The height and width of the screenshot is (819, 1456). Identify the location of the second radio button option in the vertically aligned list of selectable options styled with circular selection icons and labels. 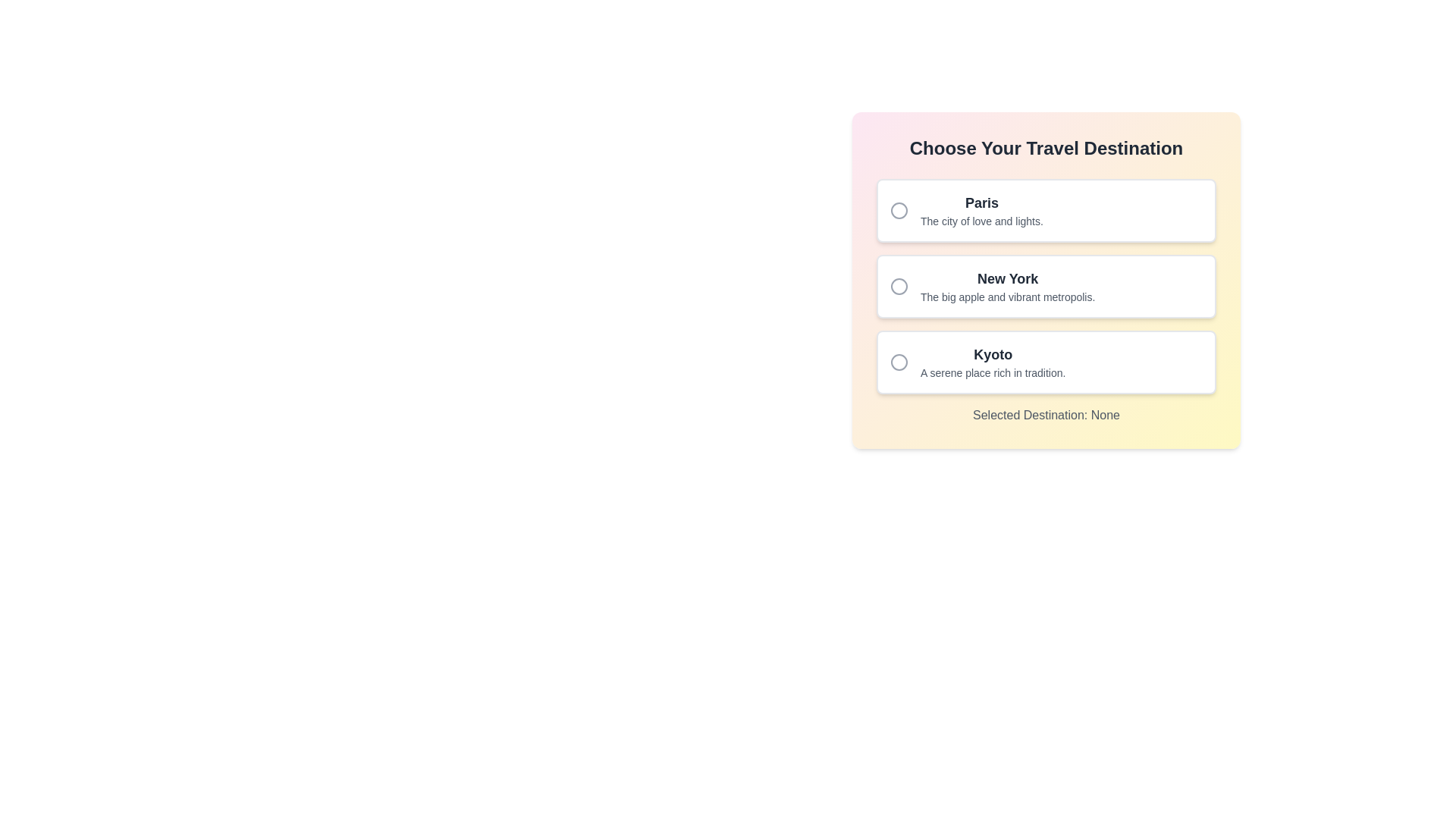
(1046, 301).